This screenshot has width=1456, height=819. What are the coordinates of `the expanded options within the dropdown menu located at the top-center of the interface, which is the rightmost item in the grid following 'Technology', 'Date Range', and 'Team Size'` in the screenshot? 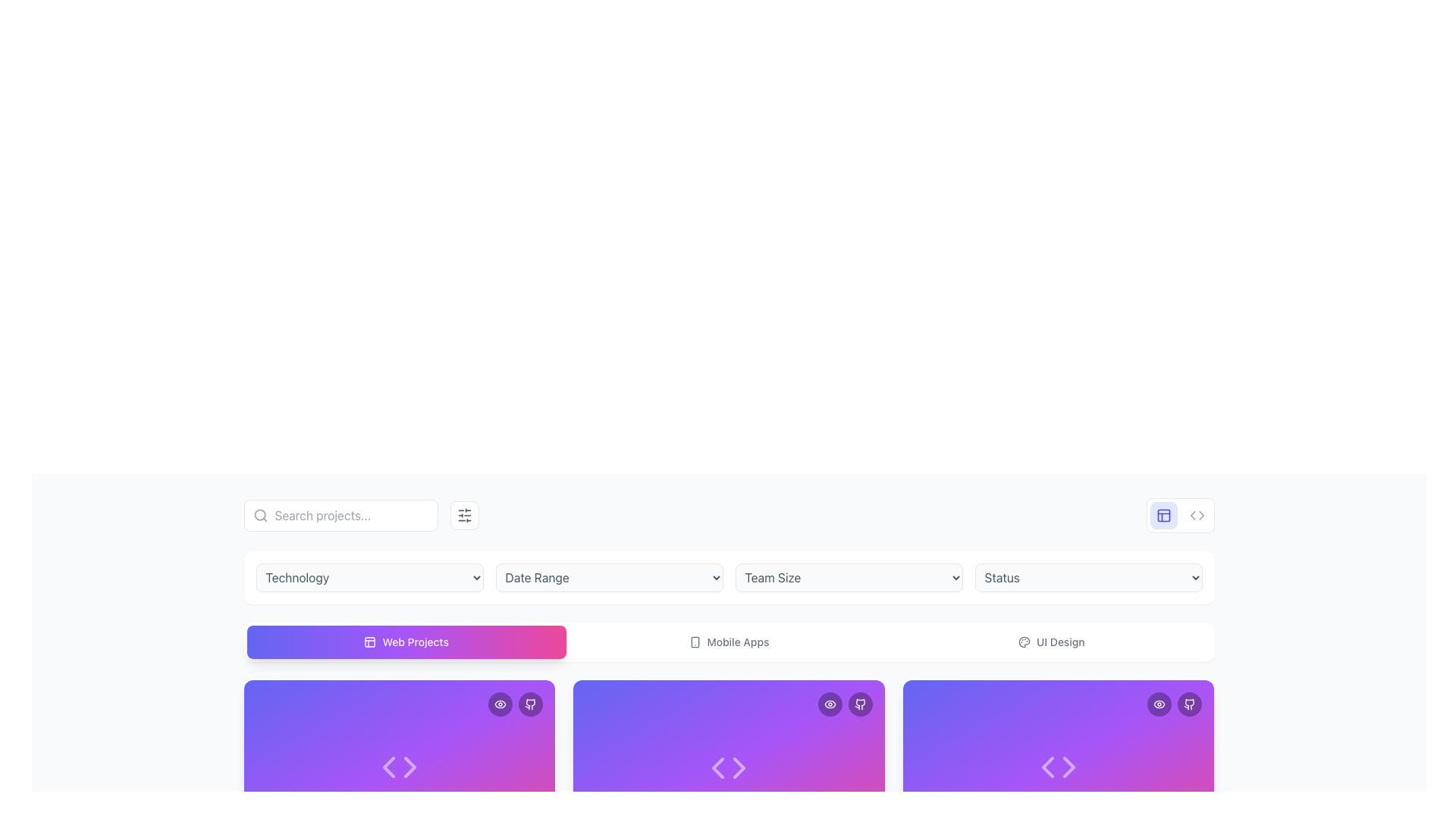 It's located at (1087, 578).